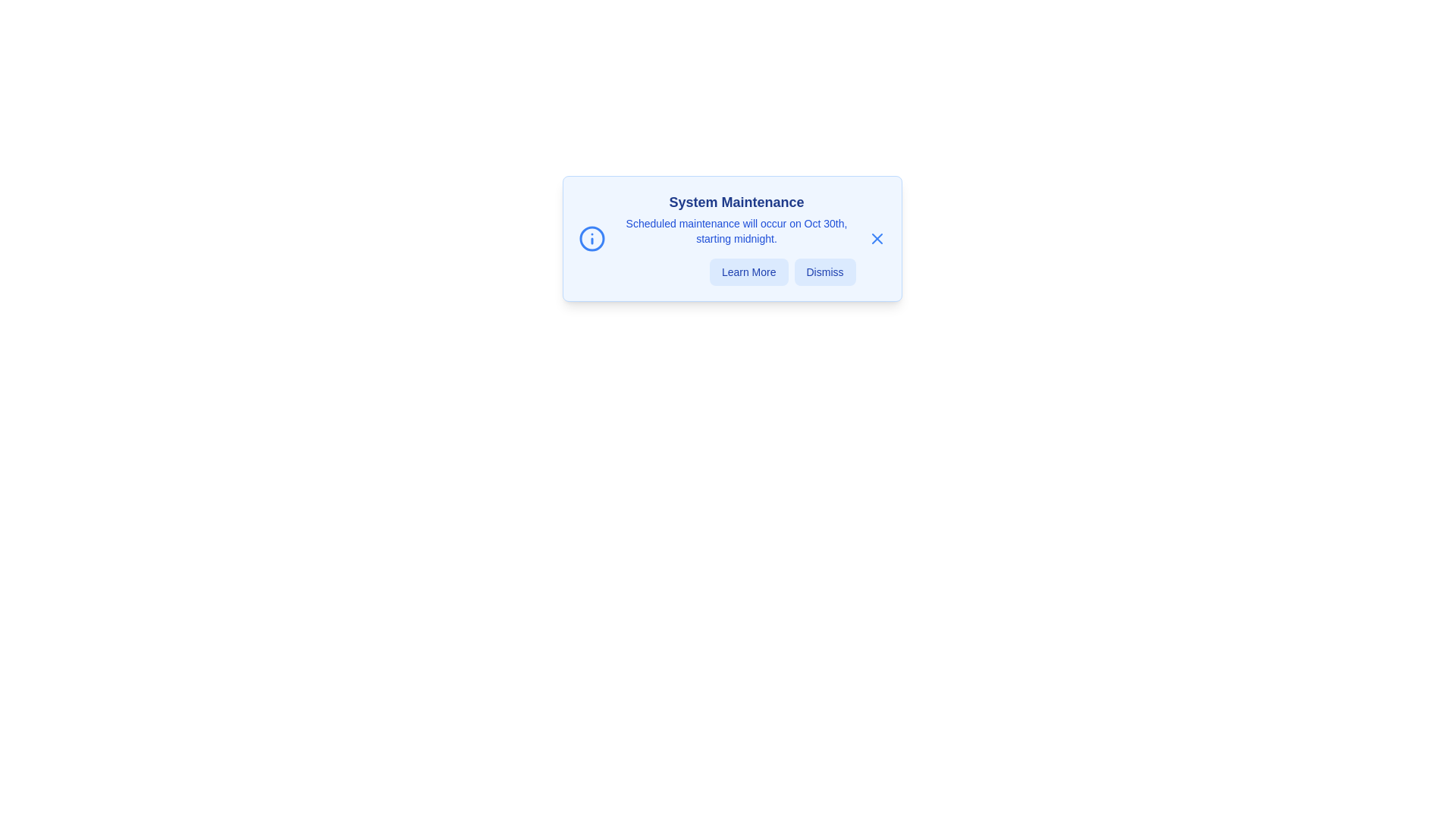 The width and height of the screenshot is (1456, 819). What do you see at coordinates (824, 271) in the screenshot?
I see `the dismiss button located at the bottom-right corner of the 'System Maintenance' card to observe the hover effect` at bounding box center [824, 271].